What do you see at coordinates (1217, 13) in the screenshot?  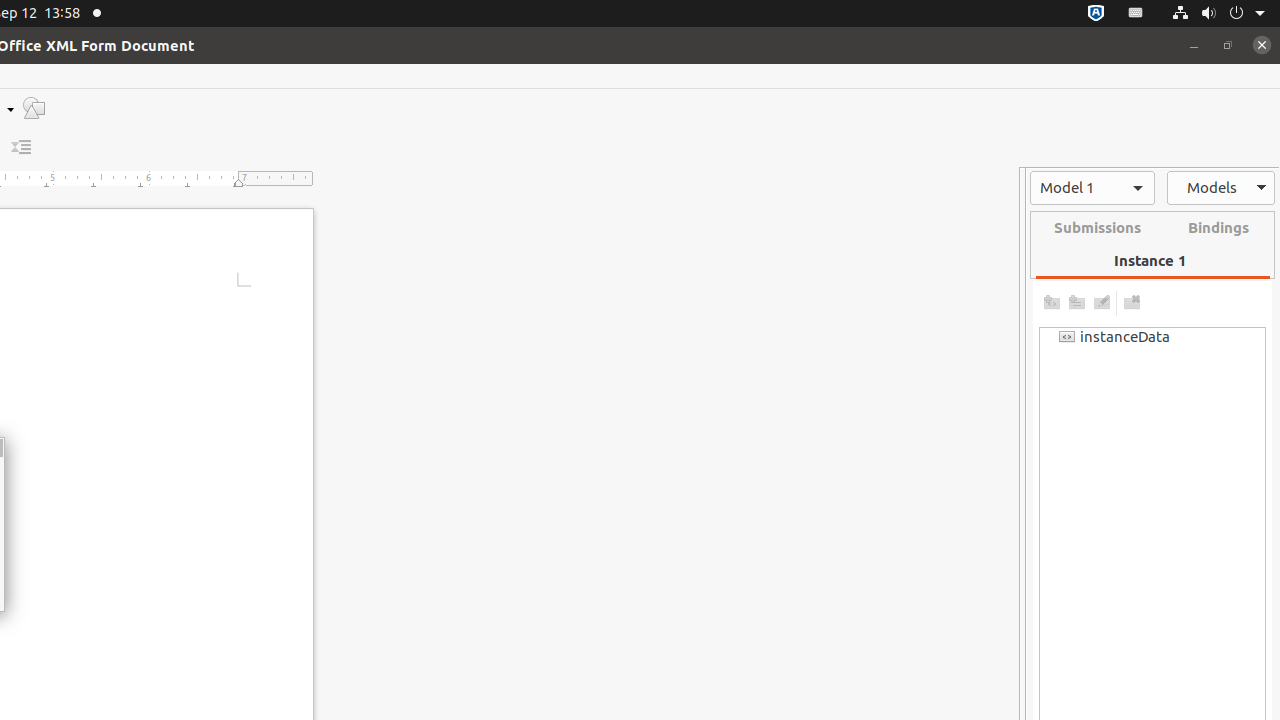 I see `'System'` at bounding box center [1217, 13].